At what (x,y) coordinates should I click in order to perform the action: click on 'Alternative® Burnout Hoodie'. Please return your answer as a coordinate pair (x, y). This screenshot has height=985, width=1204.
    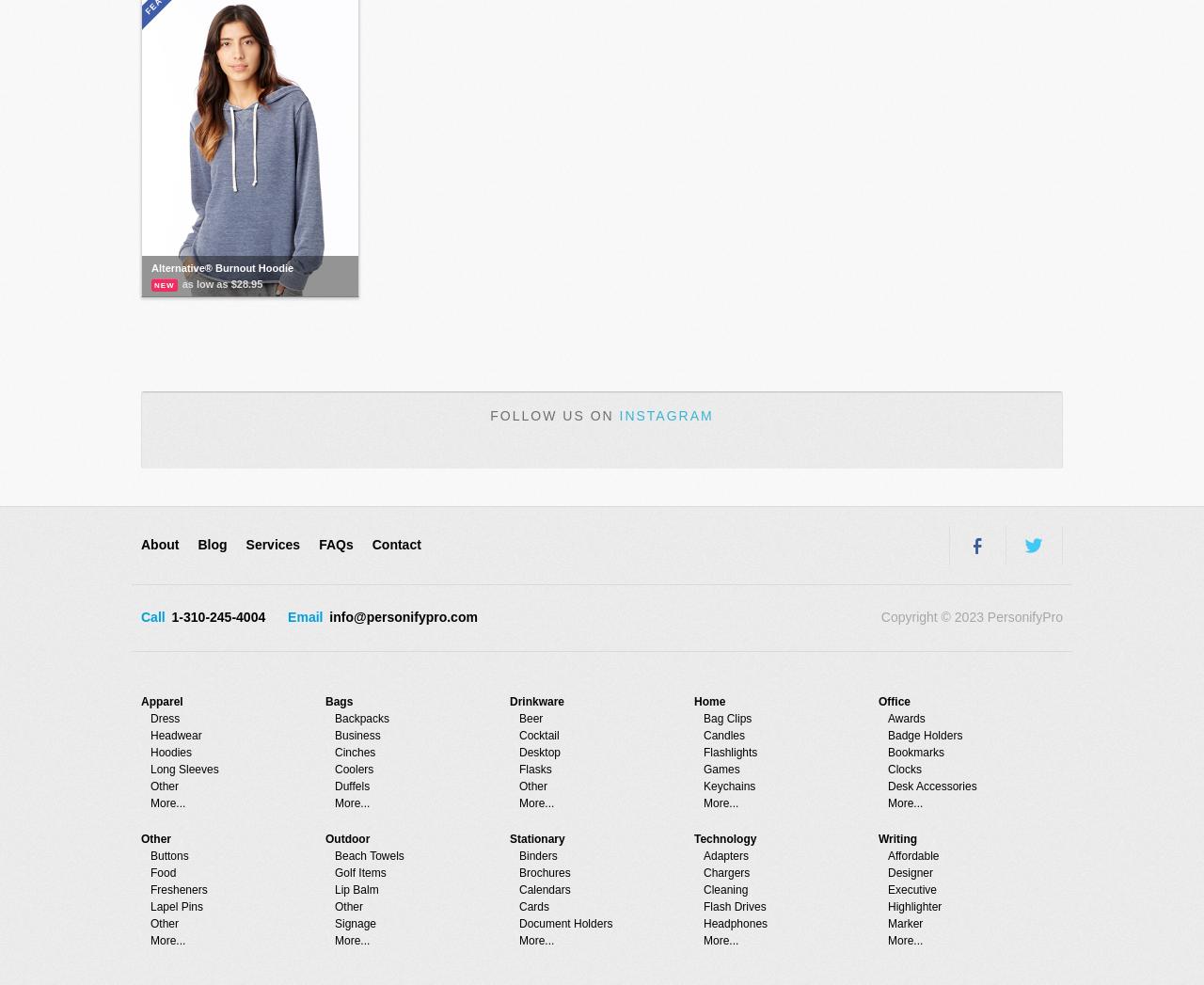
    Looking at the image, I should click on (222, 267).